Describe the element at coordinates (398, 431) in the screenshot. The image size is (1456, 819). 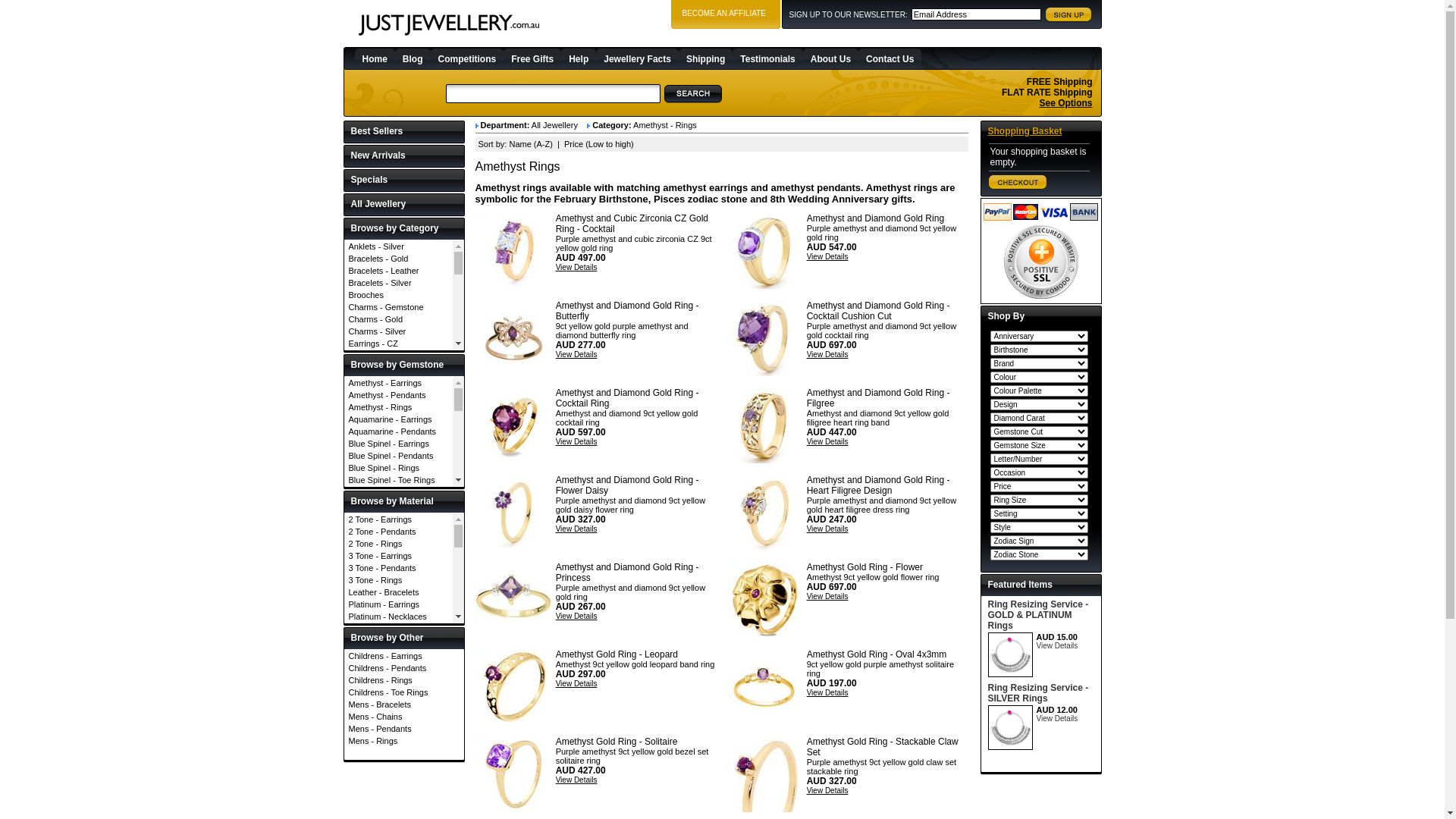
I see `'Aquamarine - Pendants'` at that location.